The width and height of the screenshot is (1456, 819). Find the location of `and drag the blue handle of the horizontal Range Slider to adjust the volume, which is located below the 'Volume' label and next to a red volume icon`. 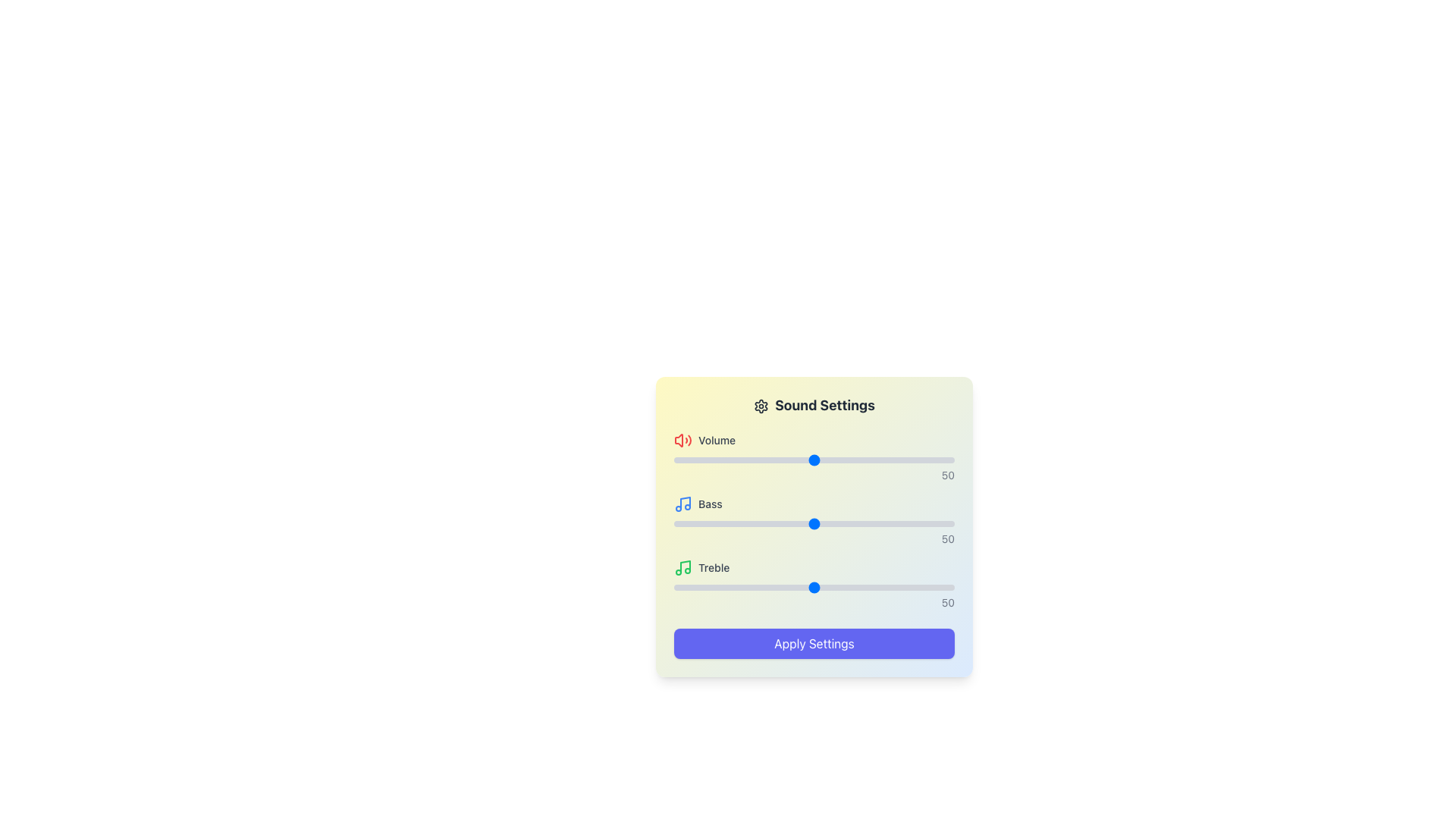

and drag the blue handle of the horizontal Range Slider to adjust the volume, which is located below the 'Volume' label and next to a red volume icon is located at coordinates (814, 459).